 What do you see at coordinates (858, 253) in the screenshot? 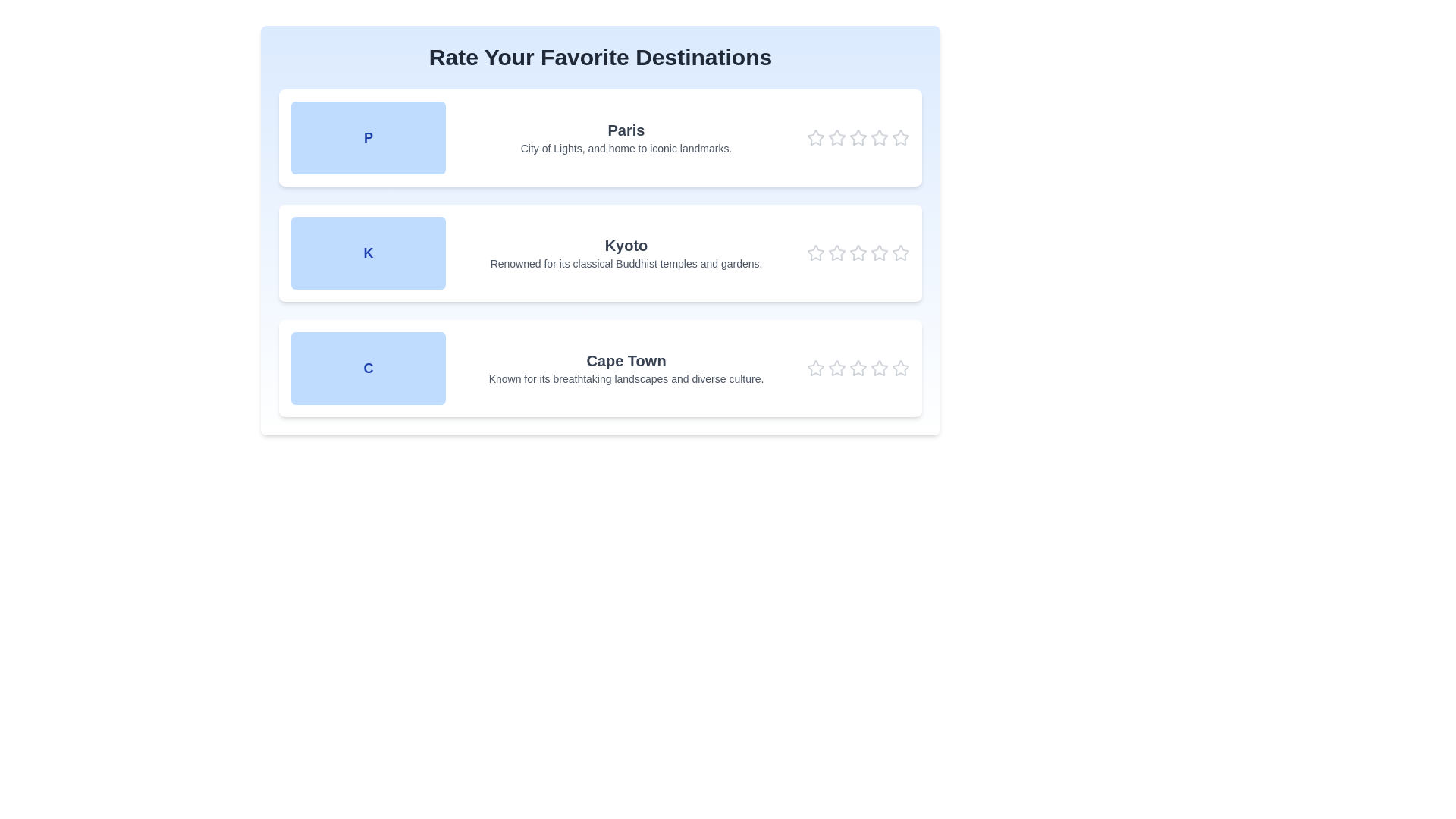
I see `the third star icon in the rating interface for the Kyoto destination section` at bounding box center [858, 253].